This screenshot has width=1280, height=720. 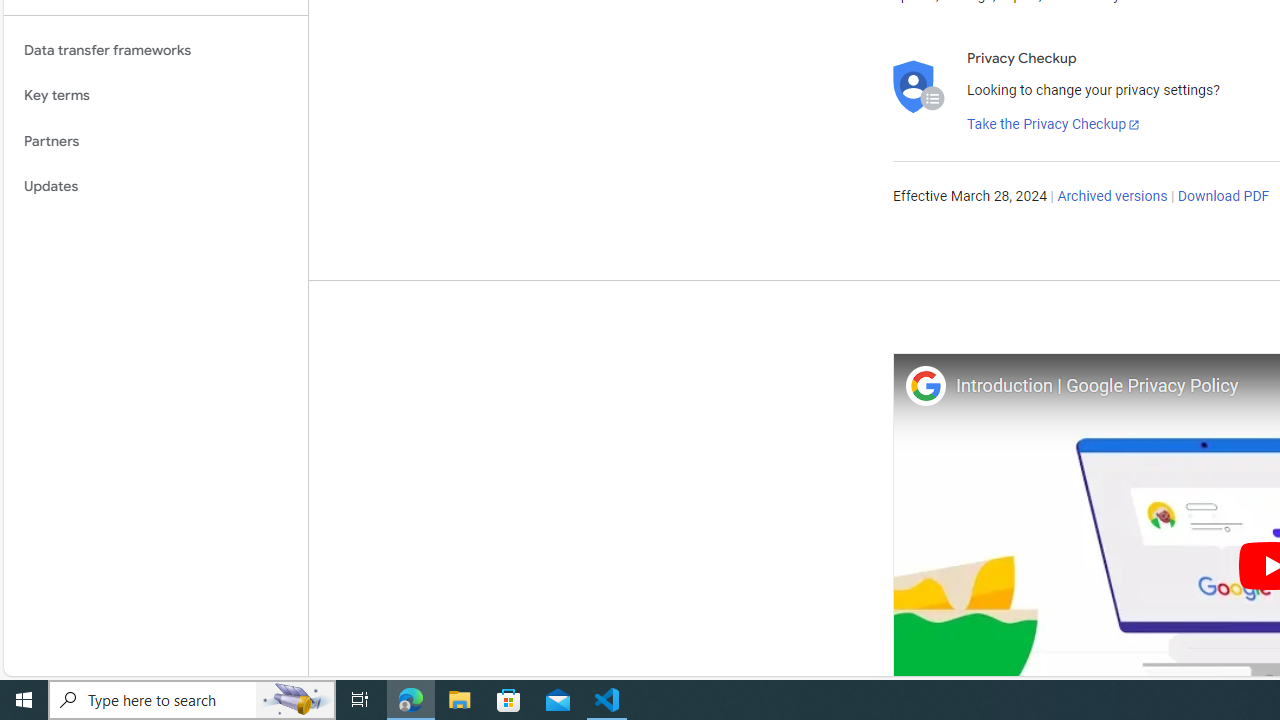 What do you see at coordinates (155, 187) in the screenshot?
I see `'Updates'` at bounding box center [155, 187].